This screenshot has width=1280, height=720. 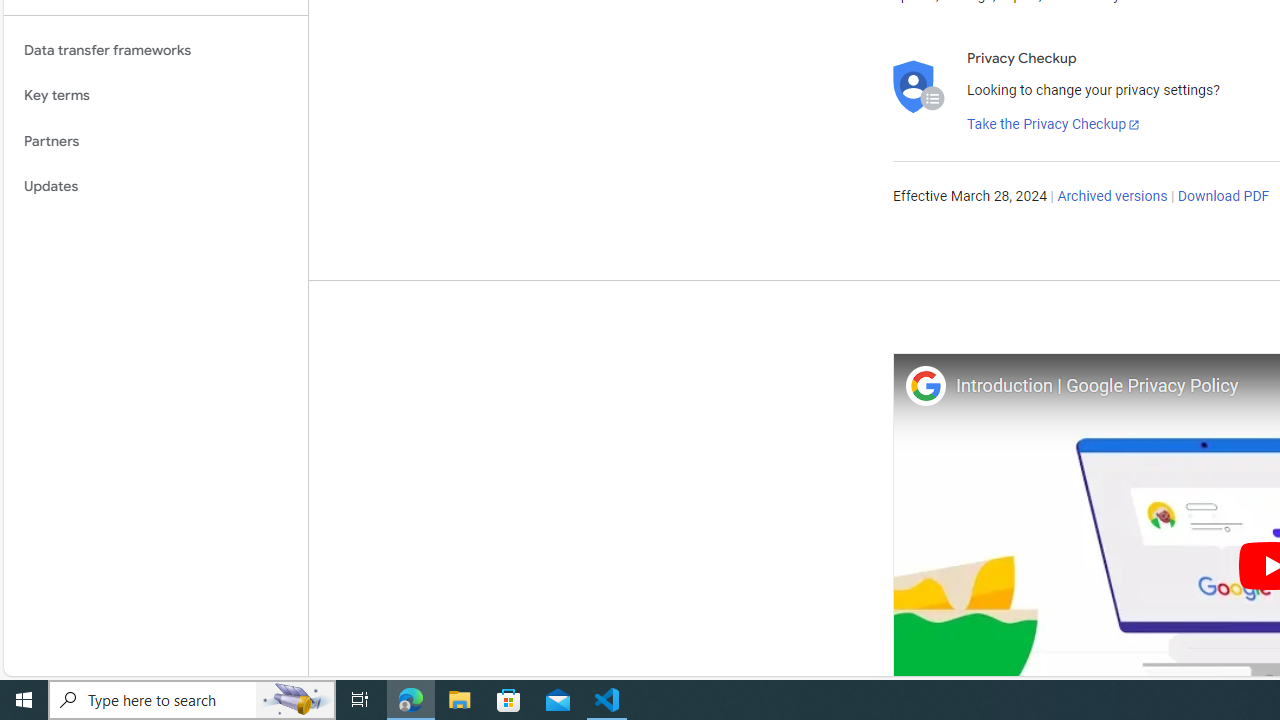 What do you see at coordinates (155, 187) in the screenshot?
I see `'Updates'` at bounding box center [155, 187].